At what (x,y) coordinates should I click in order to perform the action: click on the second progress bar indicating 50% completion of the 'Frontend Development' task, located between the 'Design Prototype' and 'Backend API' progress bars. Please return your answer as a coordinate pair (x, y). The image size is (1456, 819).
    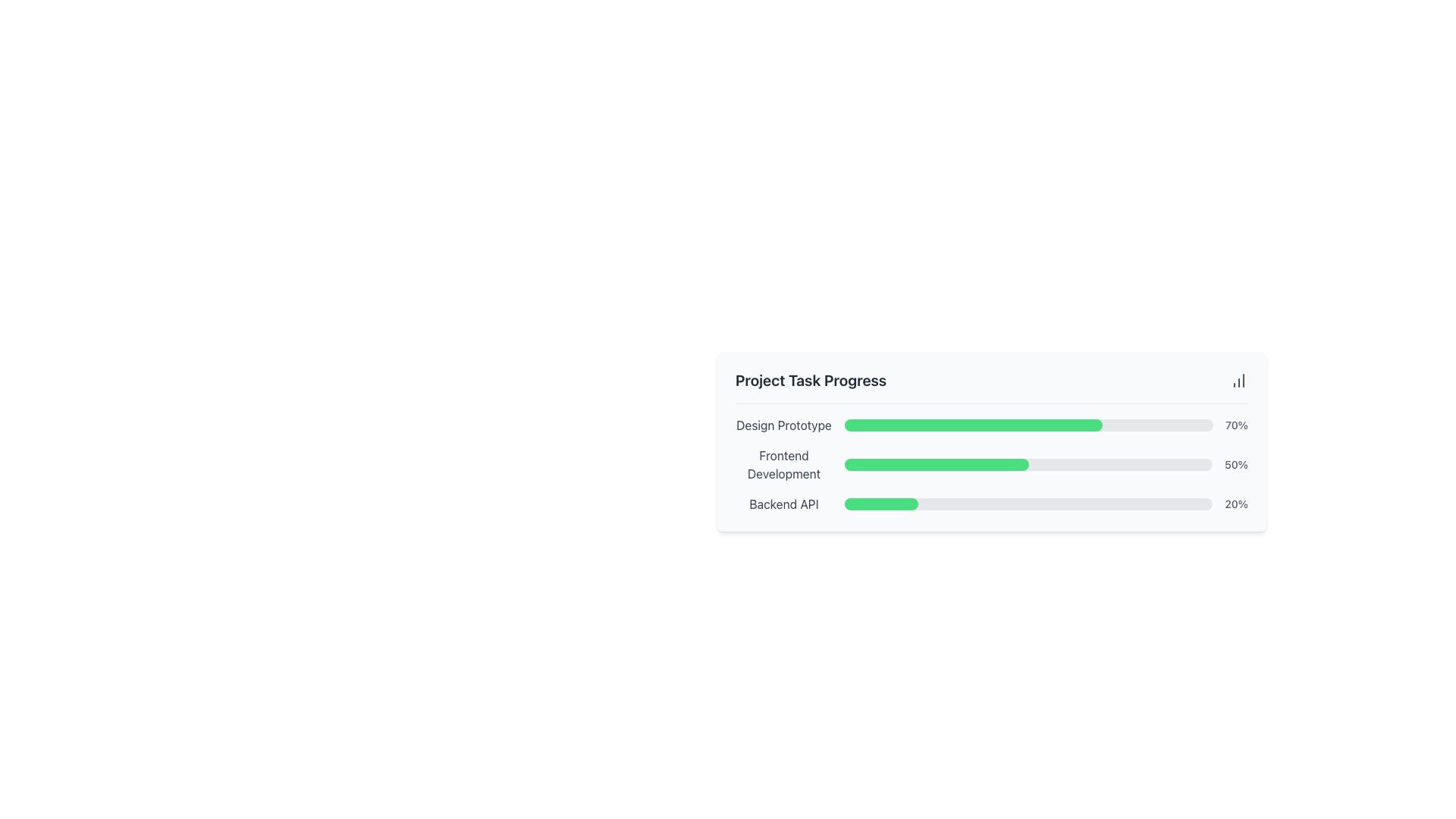
    Looking at the image, I should click on (936, 464).